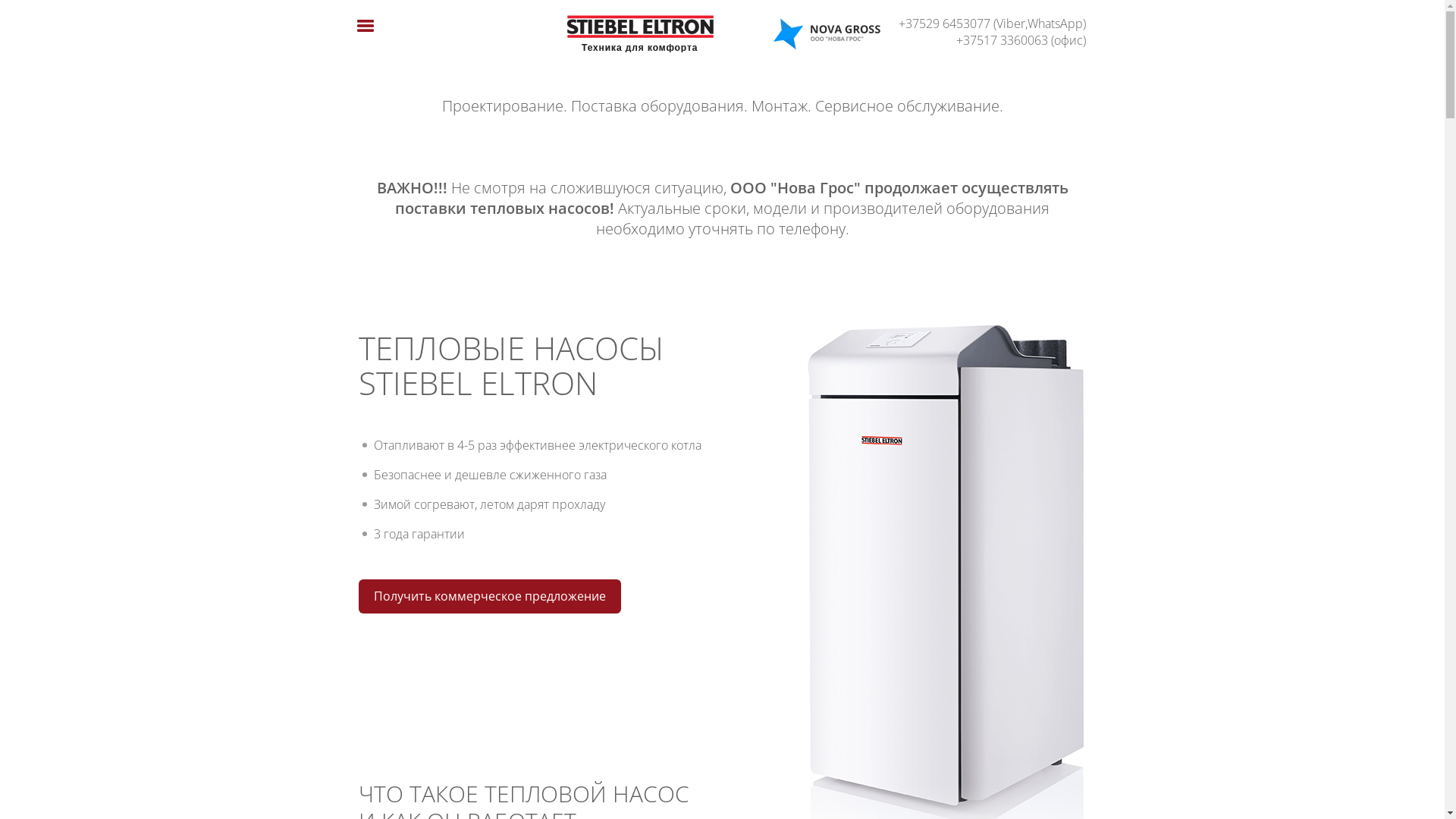 This screenshot has height=819, width=1456. What do you see at coordinates (984, 23) in the screenshot?
I see `'+37529 6453077 (Viber,WhatsApp)'` at bounding box center [984, 23].